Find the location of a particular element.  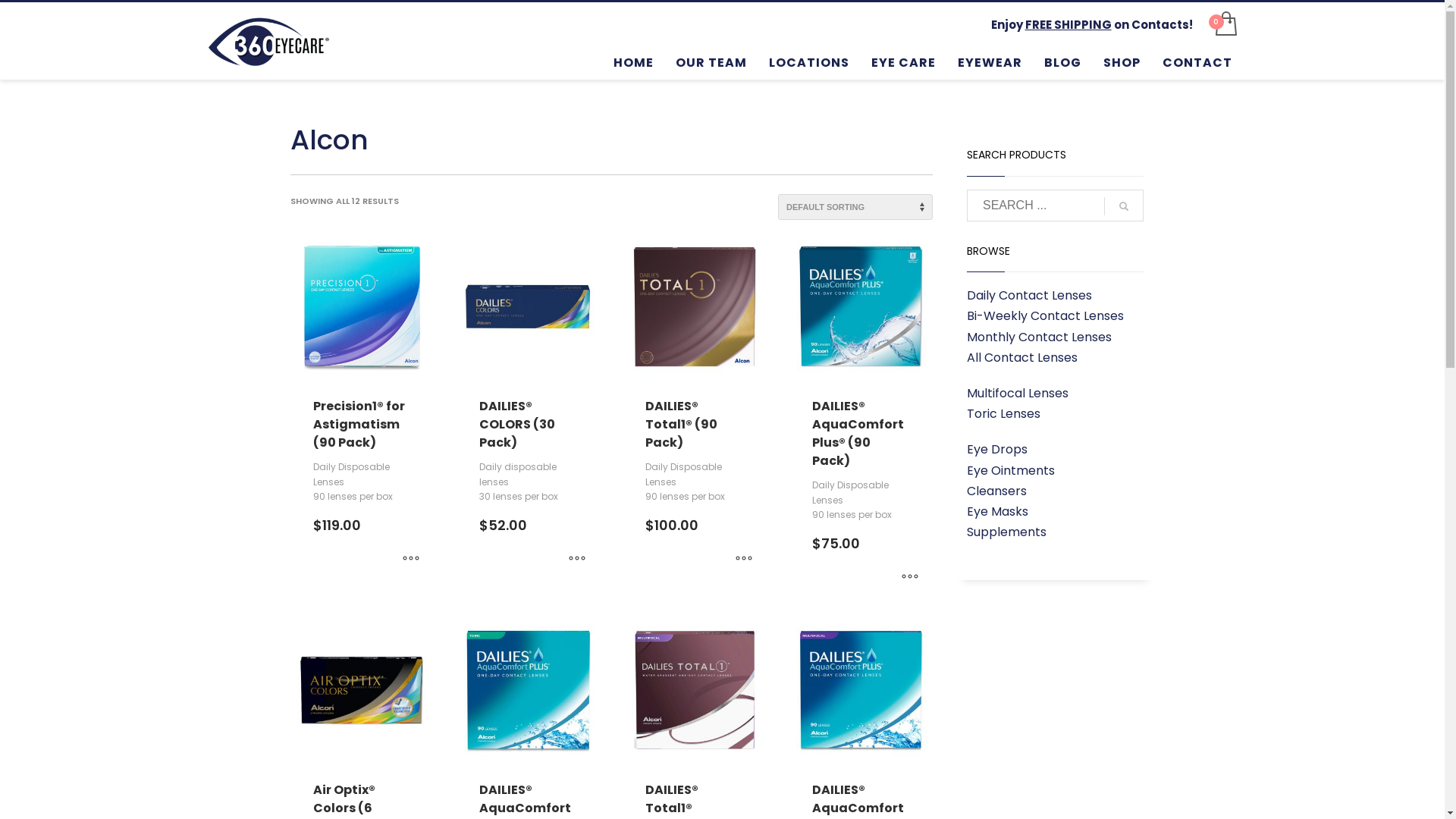

'MORE INFO' is located at coordinates (396, 558).